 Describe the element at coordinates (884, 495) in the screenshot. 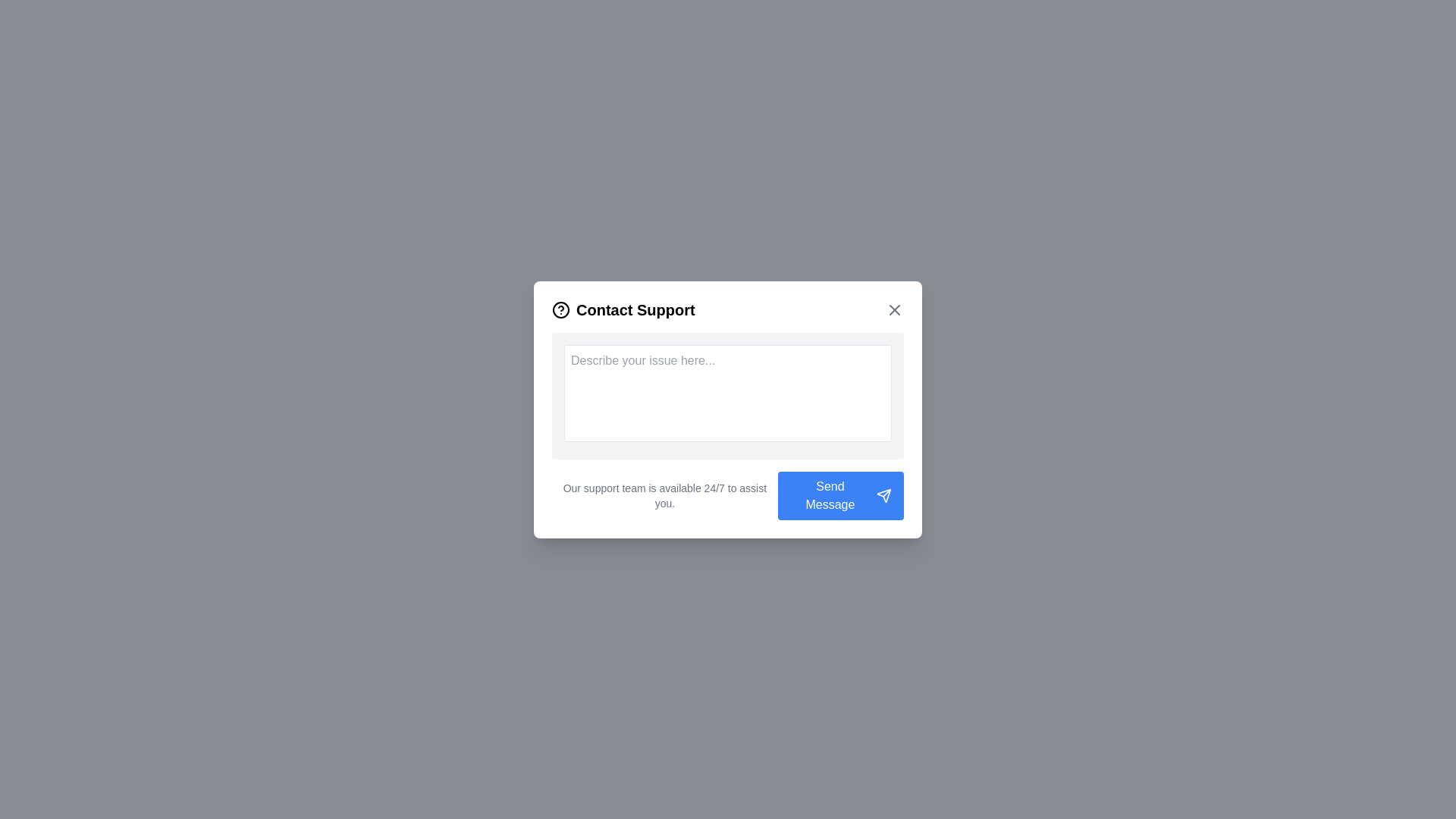

I see `the decorative message send icon located to the right of the 'Send Message' button in the bottom right corner of the modal dialog box to trigger its hover state` at that location.